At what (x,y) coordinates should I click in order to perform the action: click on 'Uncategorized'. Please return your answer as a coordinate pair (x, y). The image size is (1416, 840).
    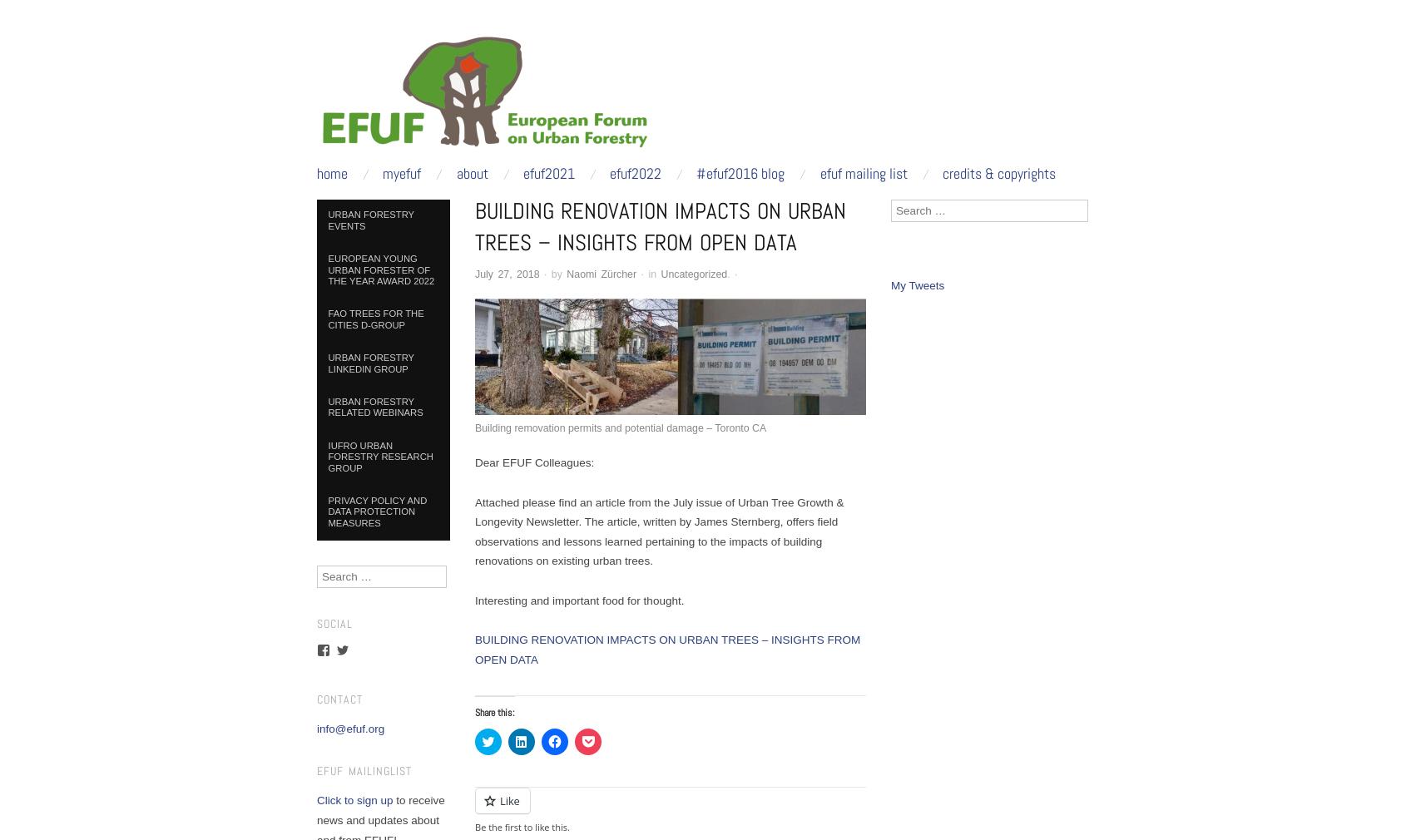
    Looking at the image, I should click on (692, 273).